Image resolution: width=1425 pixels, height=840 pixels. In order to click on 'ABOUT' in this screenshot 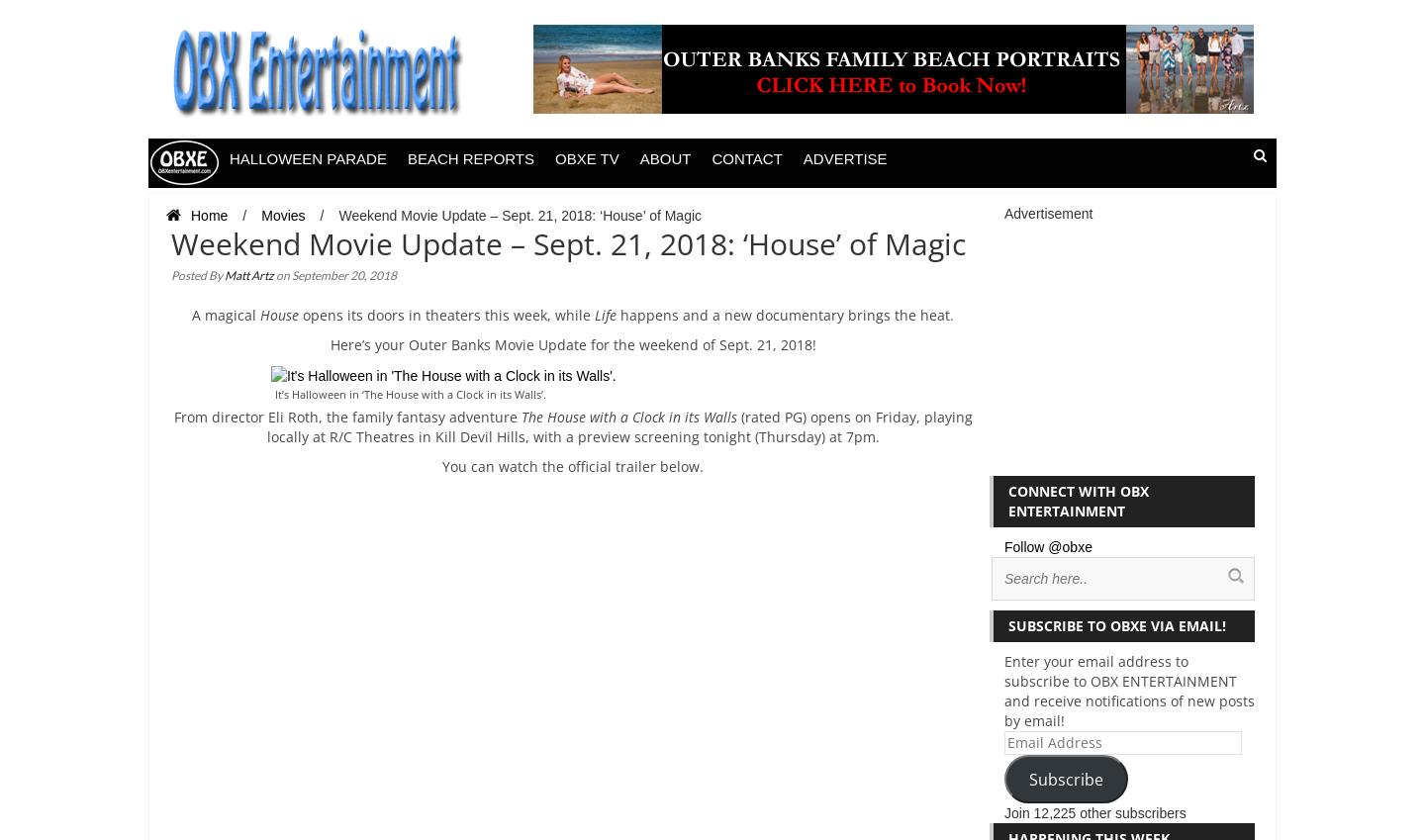, I will do `click(665, 158)`.